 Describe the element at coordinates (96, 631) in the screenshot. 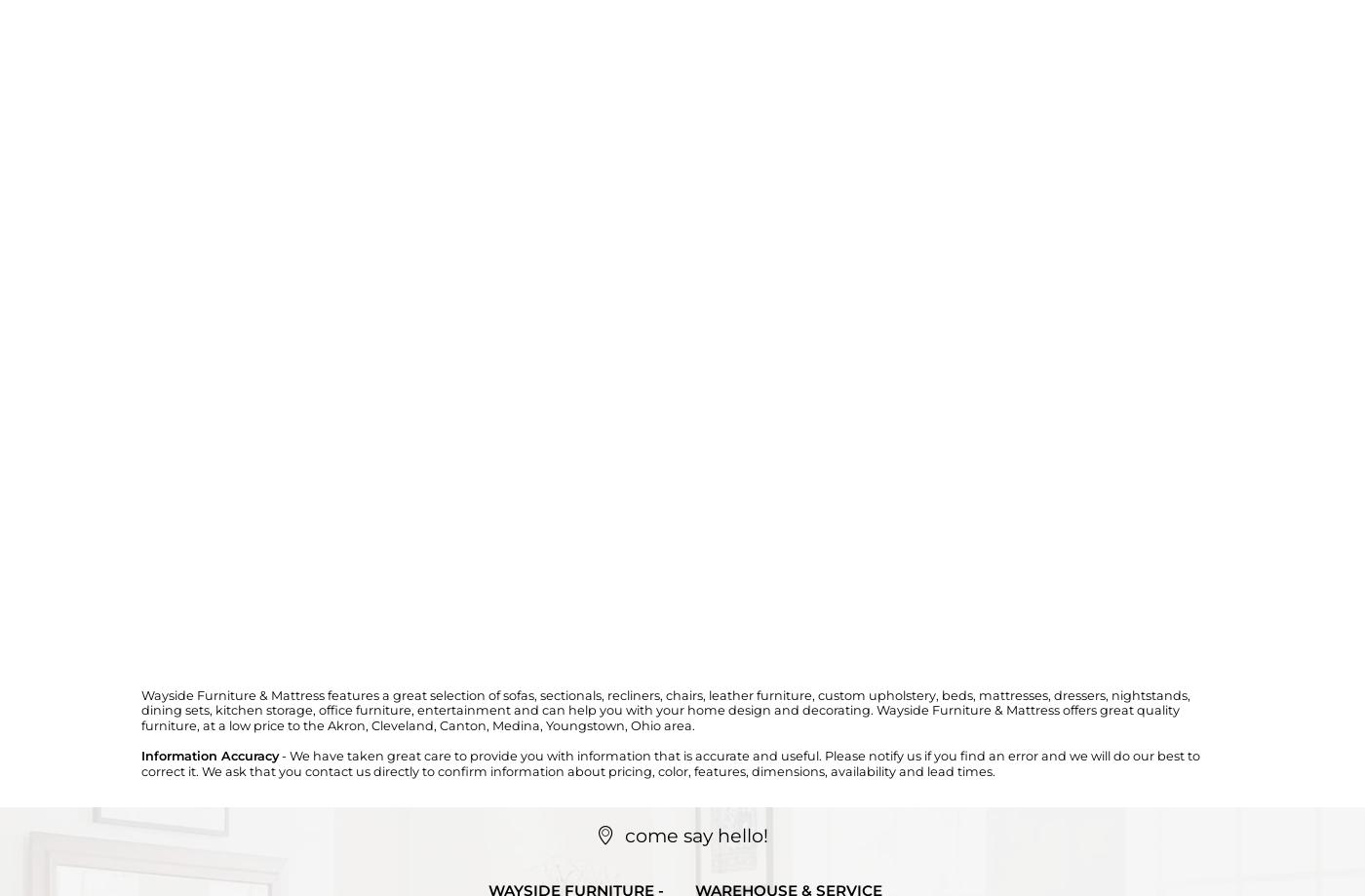

I see `'Reference #:'` at that location.